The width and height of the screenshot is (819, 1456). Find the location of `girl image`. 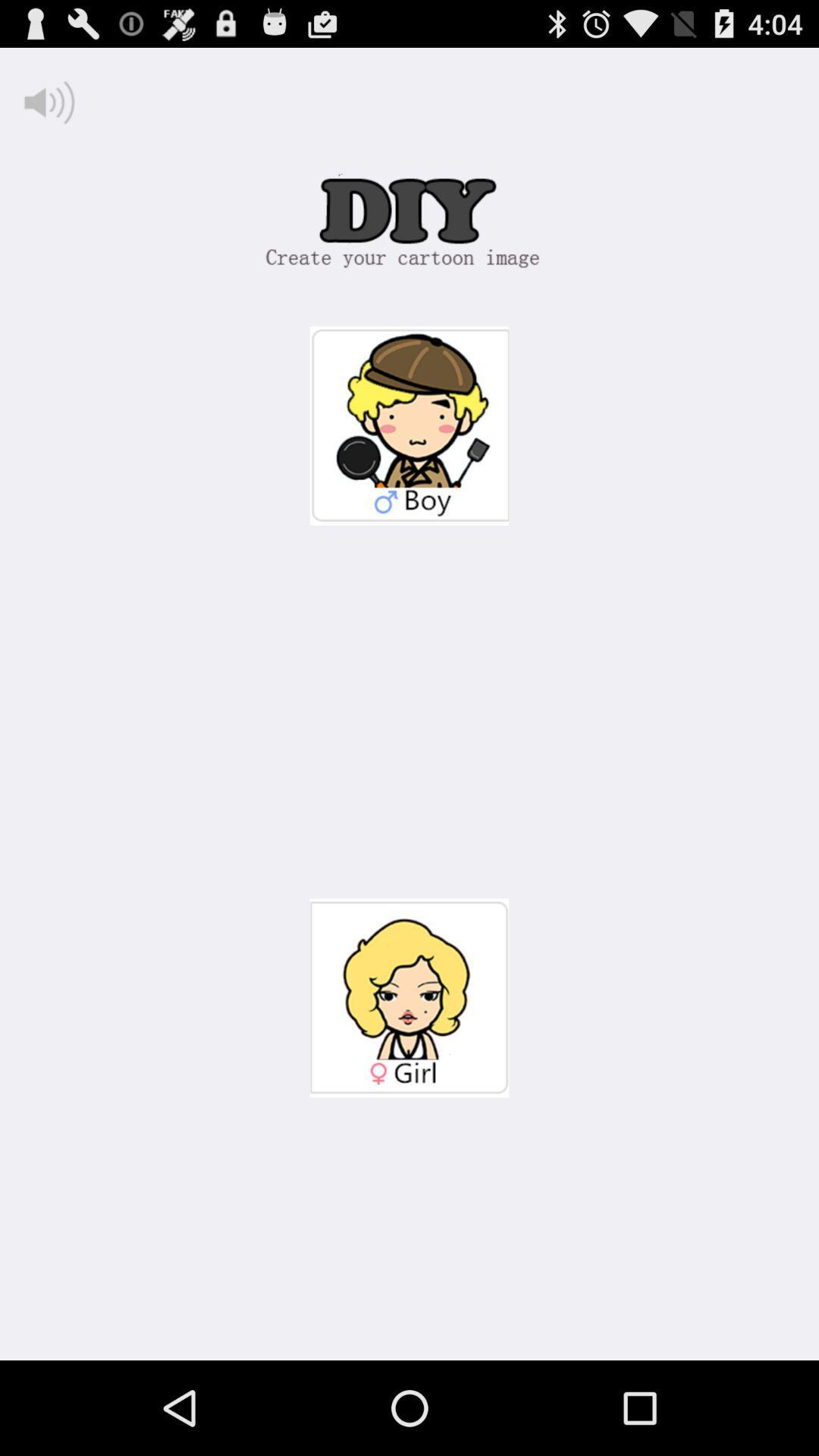

girl image is located at coordinates (409, 998).